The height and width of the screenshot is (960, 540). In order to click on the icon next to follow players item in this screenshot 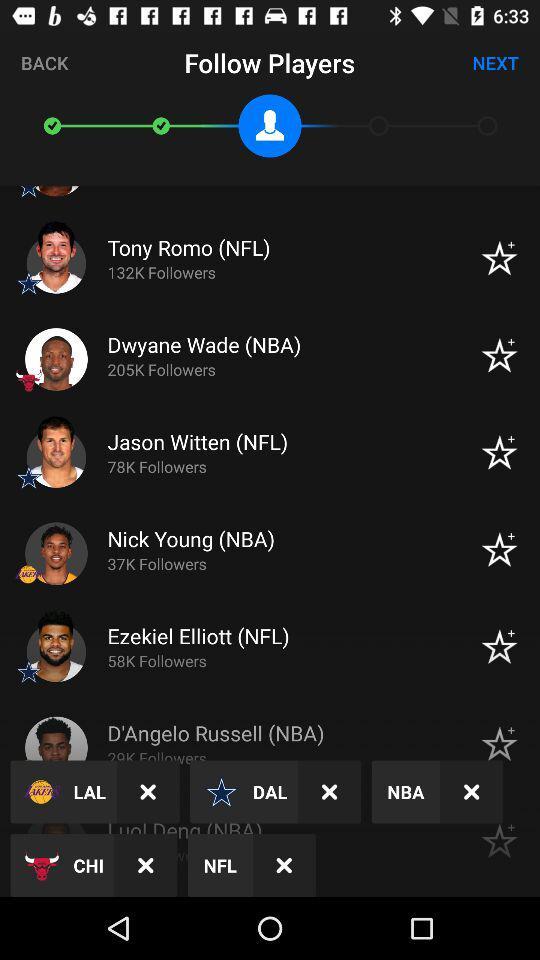, I will do `click(44, 62)`.